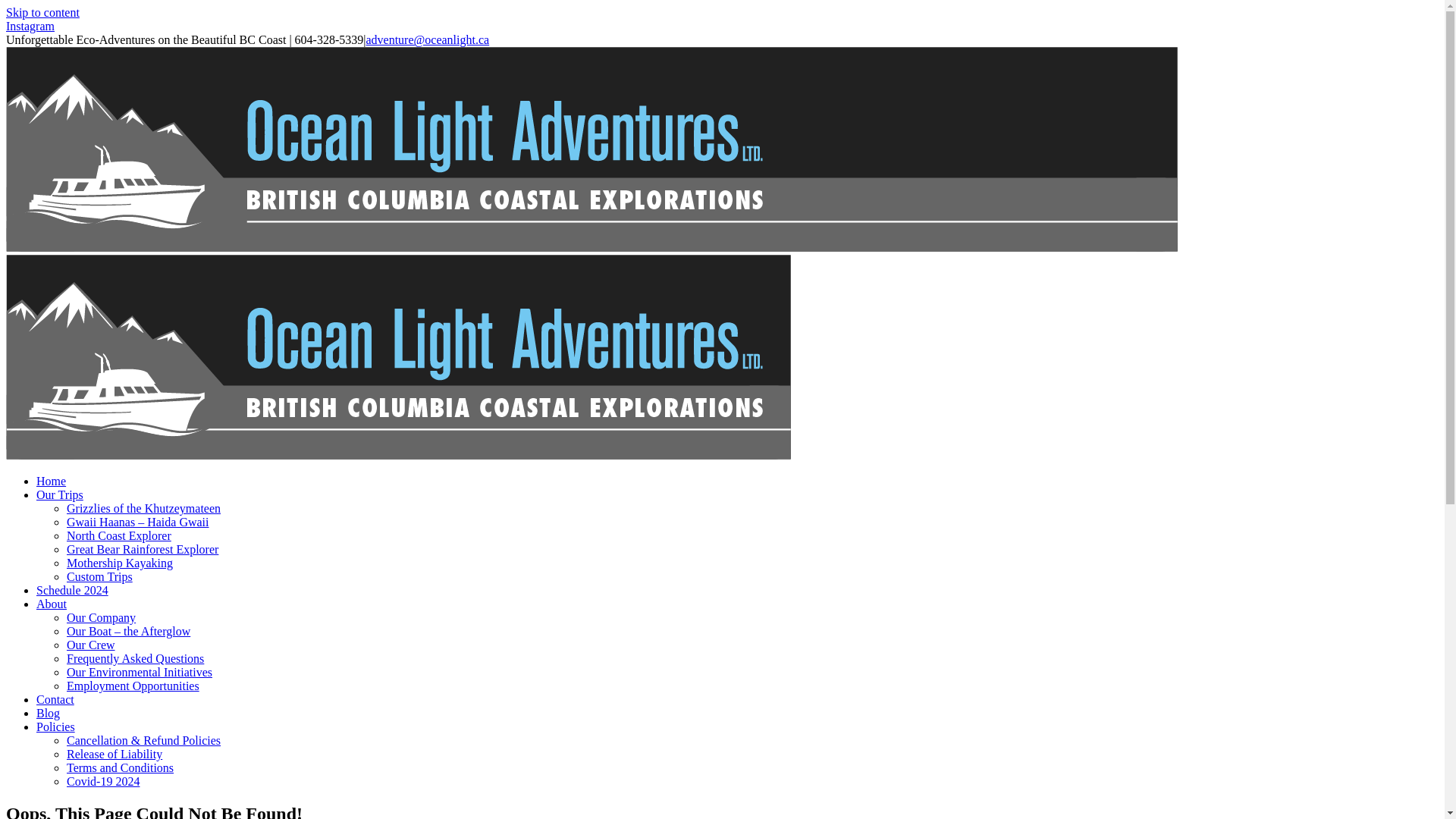  I want to click on 'Terms and Conditions', so click(119, 767).